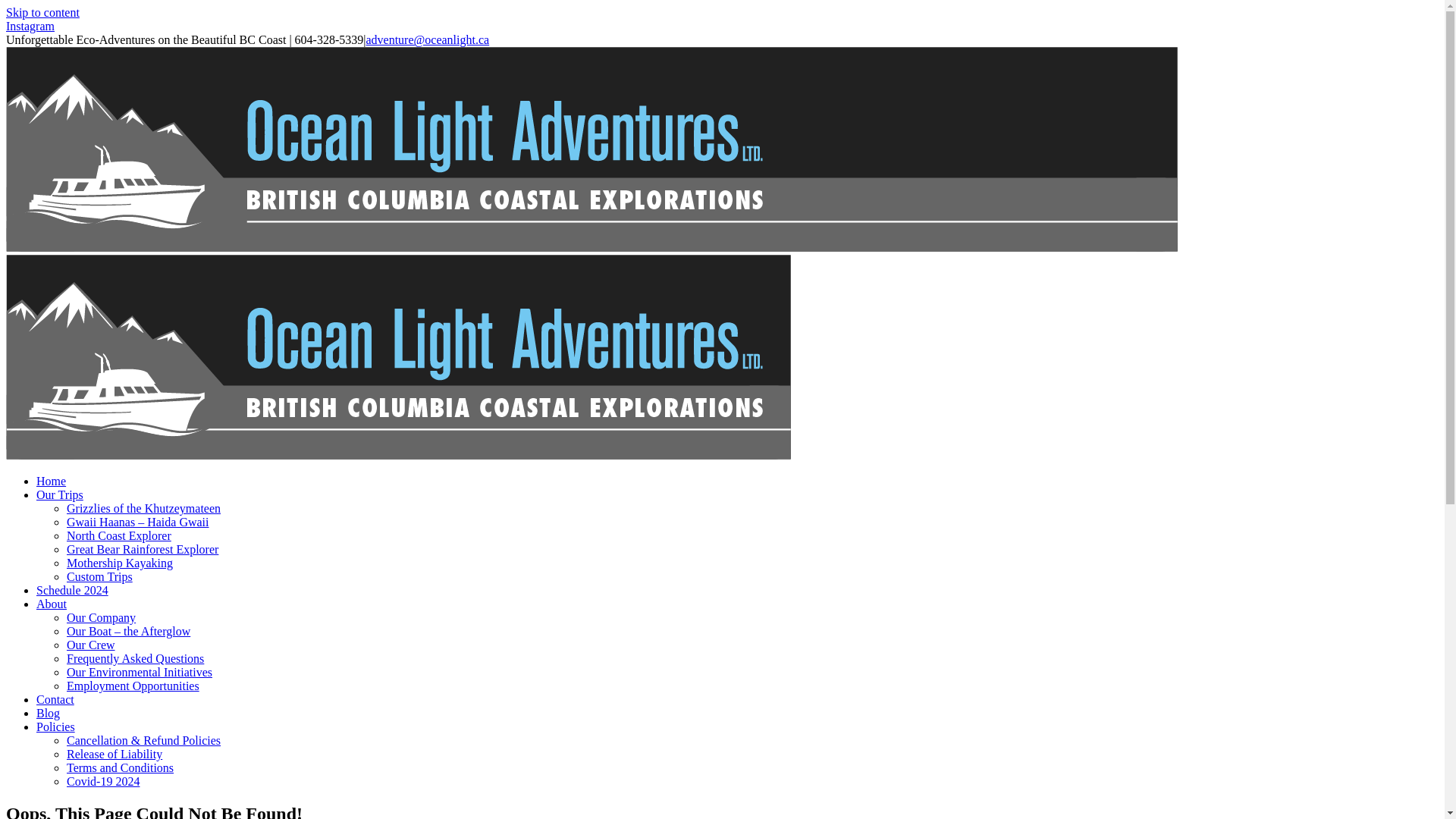  I want to click on 'Terms and Conditions', so click(119, 767).